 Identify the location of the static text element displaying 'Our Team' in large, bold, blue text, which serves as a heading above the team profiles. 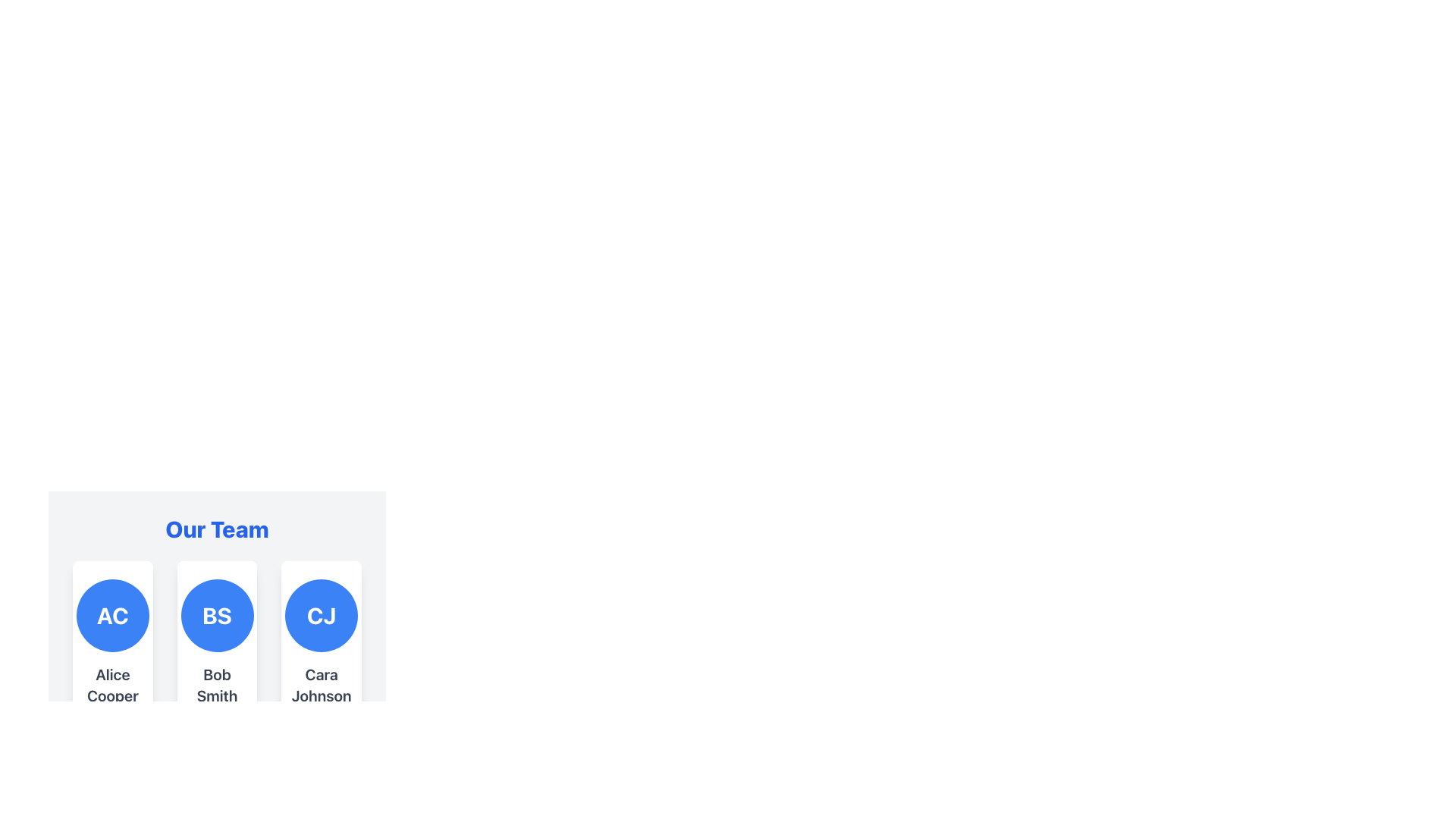
(216, 529).